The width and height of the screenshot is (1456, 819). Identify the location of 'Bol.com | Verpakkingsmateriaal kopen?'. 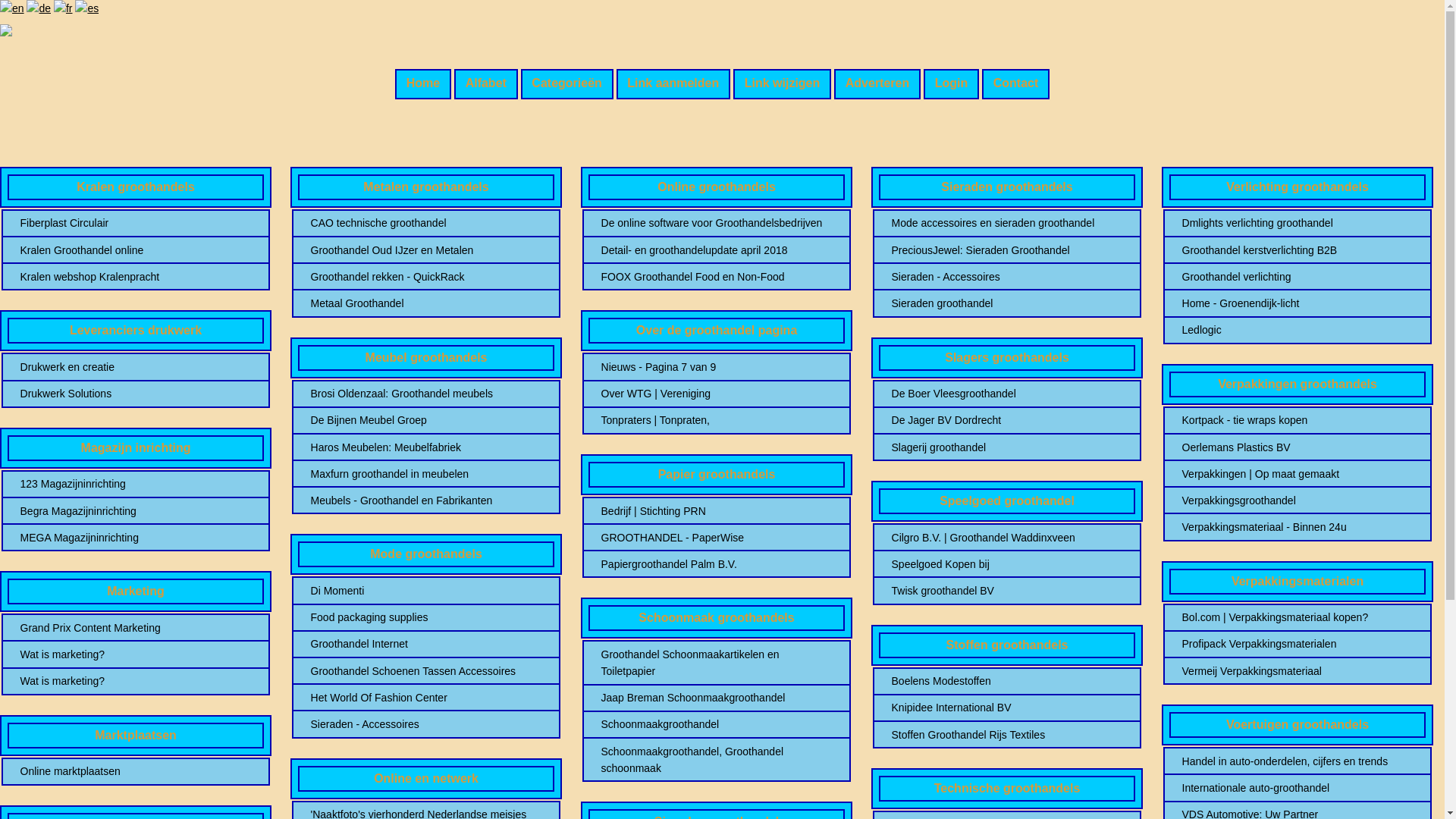
(1297, 617).